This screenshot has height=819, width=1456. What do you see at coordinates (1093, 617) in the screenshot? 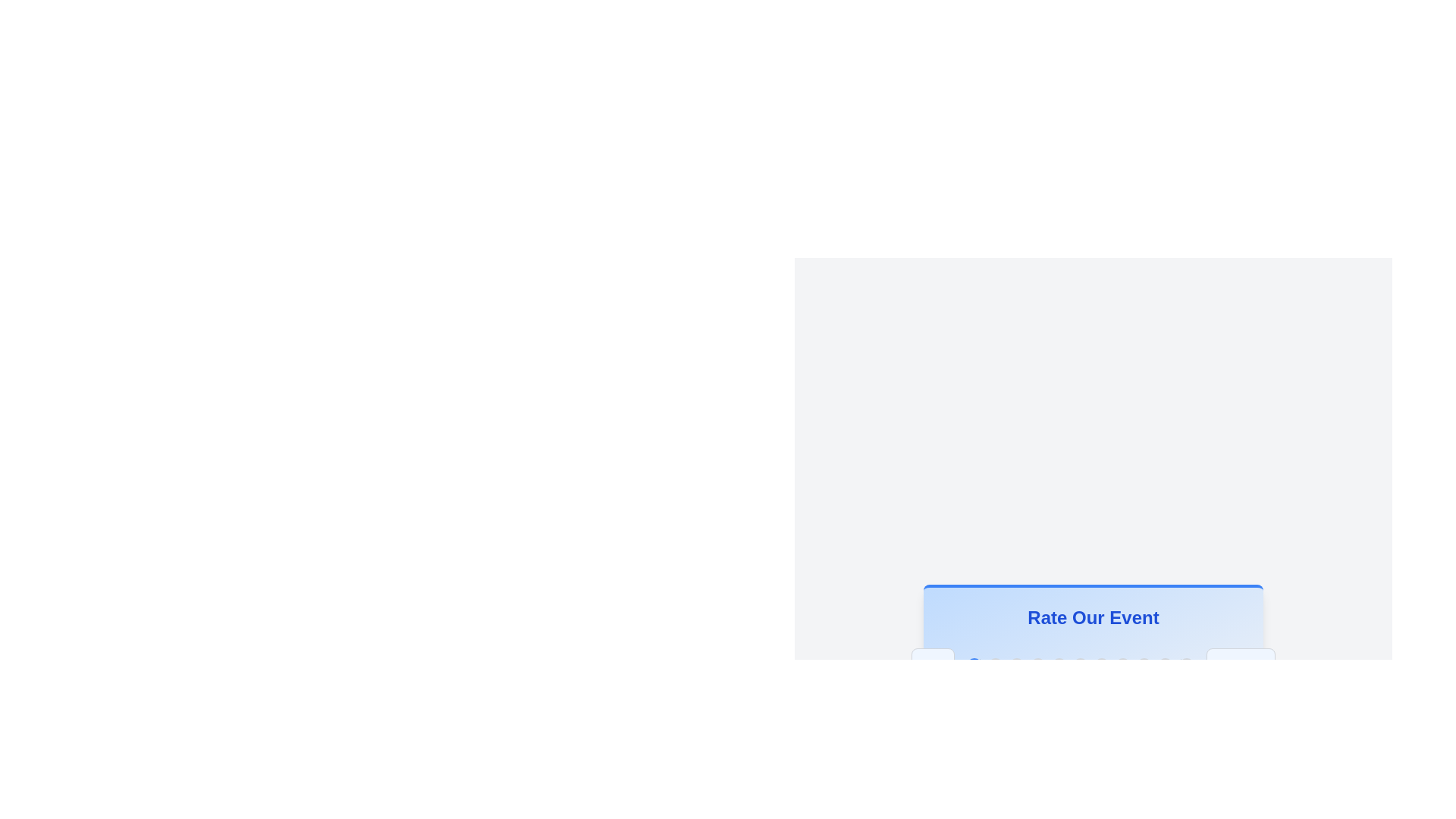
I see `the text heading 'Rate Our Event' styled in bold, large blue font located at the top of the rating card UI block` at bounding box center [1093, 617].